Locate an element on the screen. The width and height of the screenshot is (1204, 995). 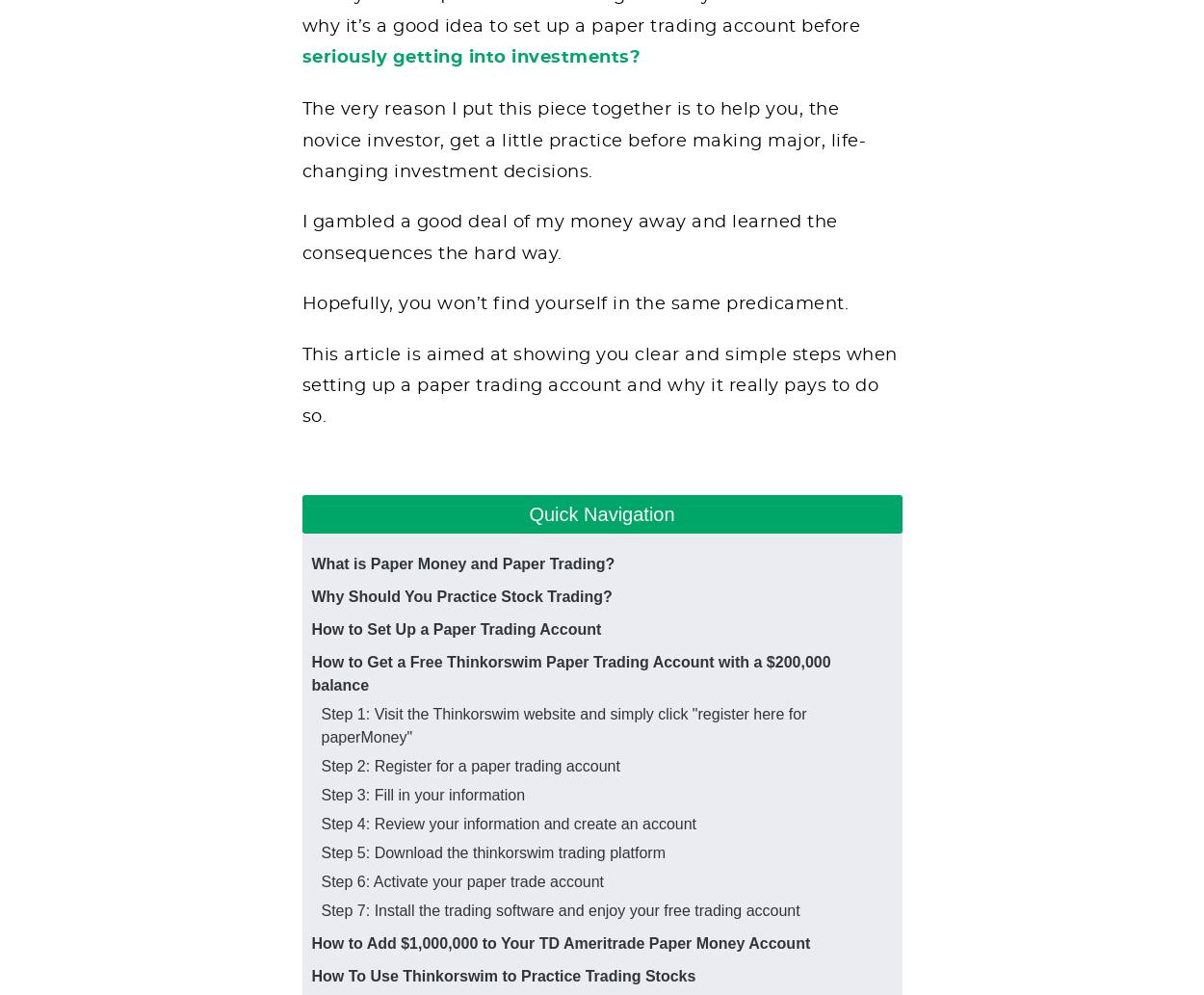
'Quick Navigation' is located at coordinates (600, 512).